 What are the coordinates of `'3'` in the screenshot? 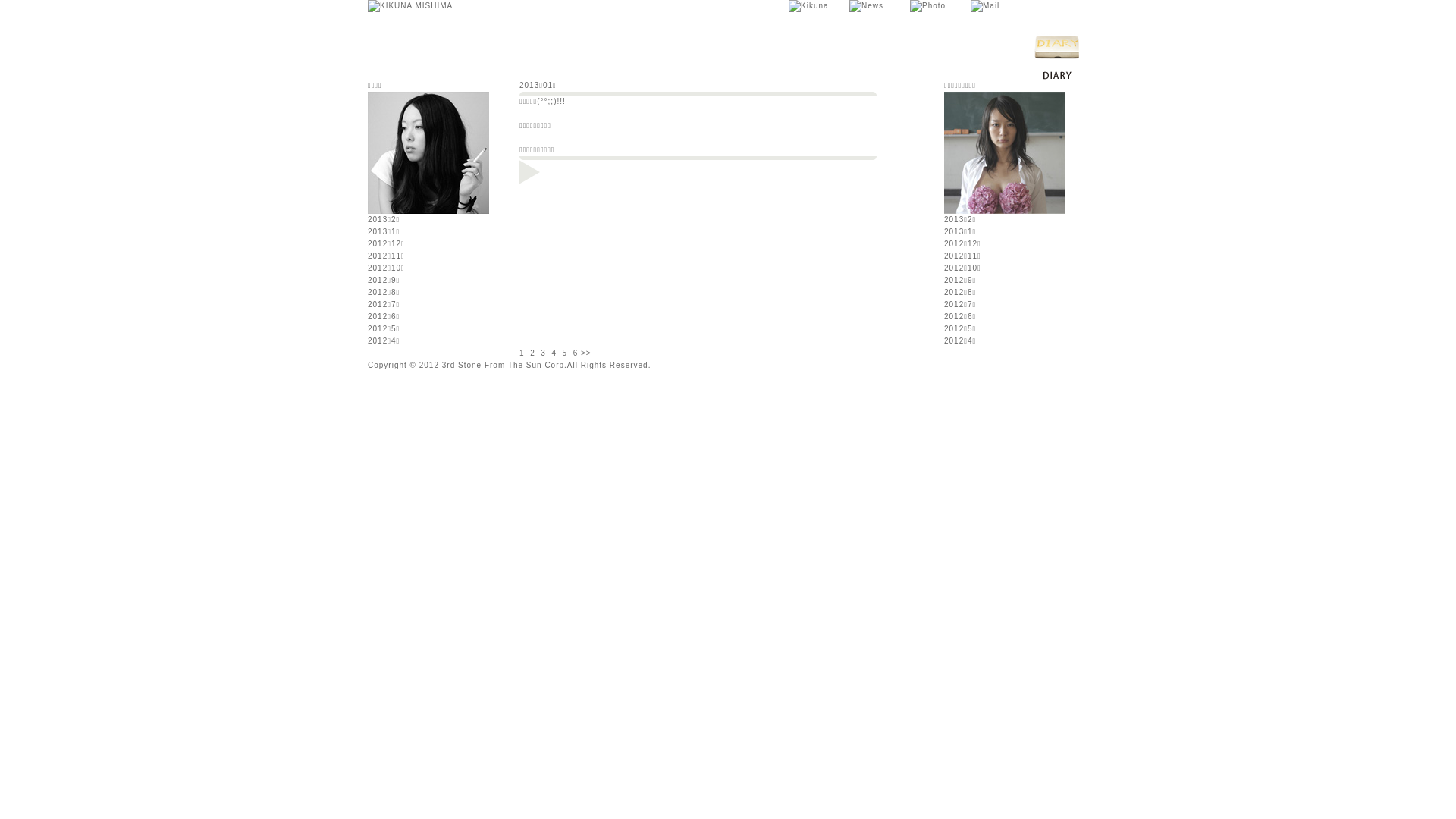 It's located at (543, 353).